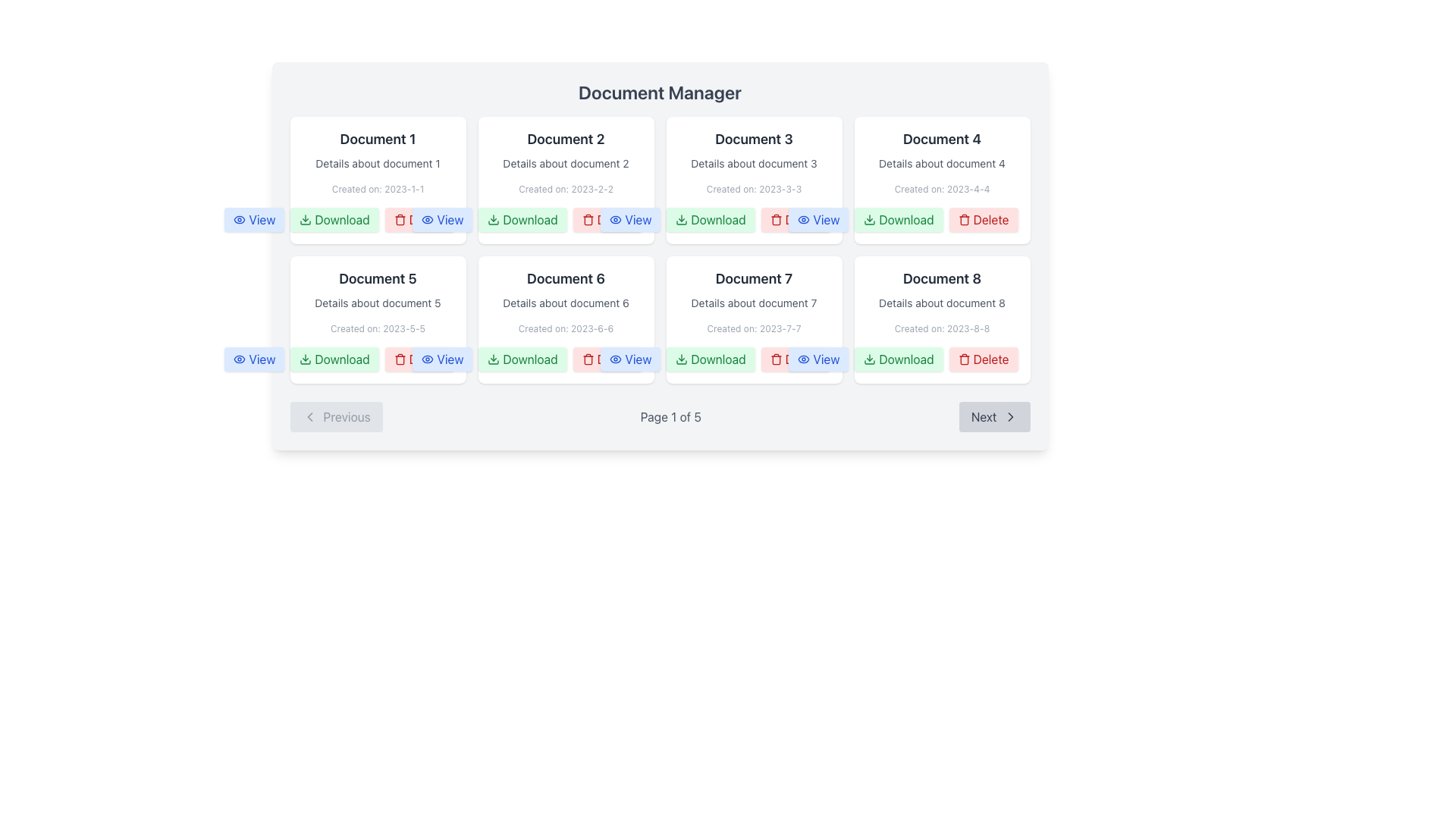  What do you see at coordinates (378, 278) in the screenshot?
I see `the static text label that identifies the document as 'Document 5' located in the center-left group box of the 'Document Manager'` at bounding box center [378, 278].